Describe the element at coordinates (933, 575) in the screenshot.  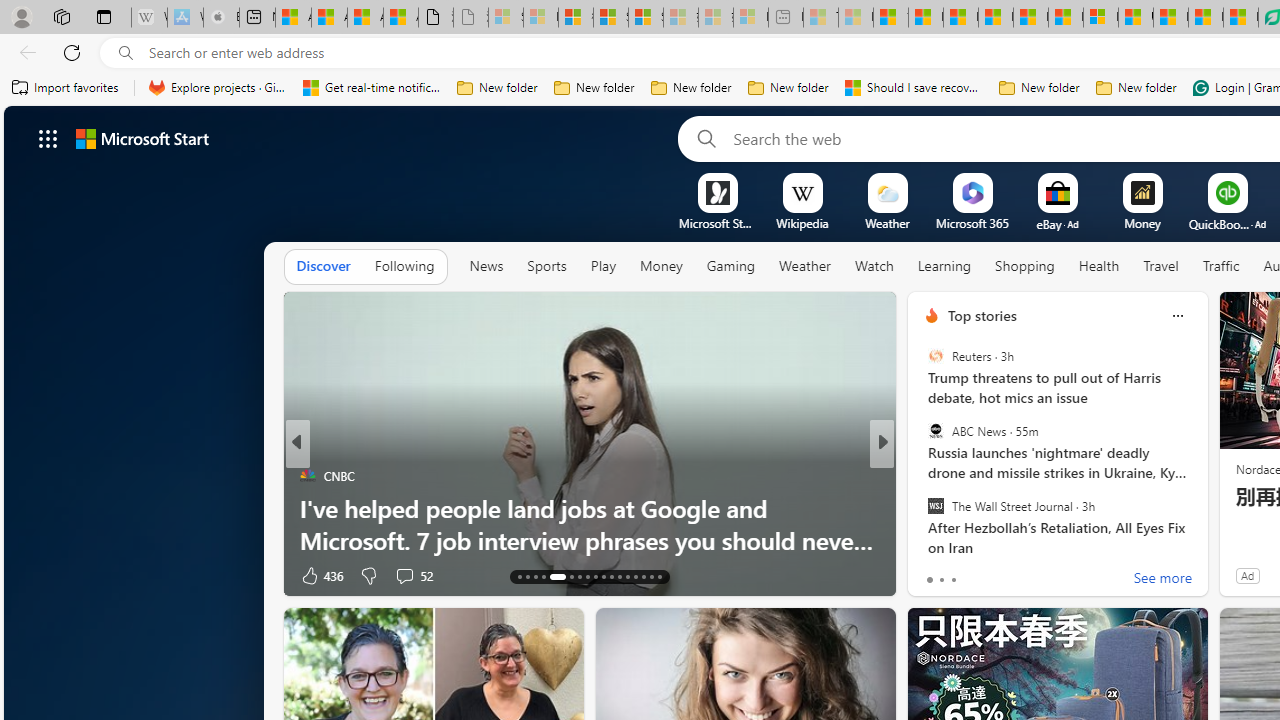
I see `'26 Like'` at that location.